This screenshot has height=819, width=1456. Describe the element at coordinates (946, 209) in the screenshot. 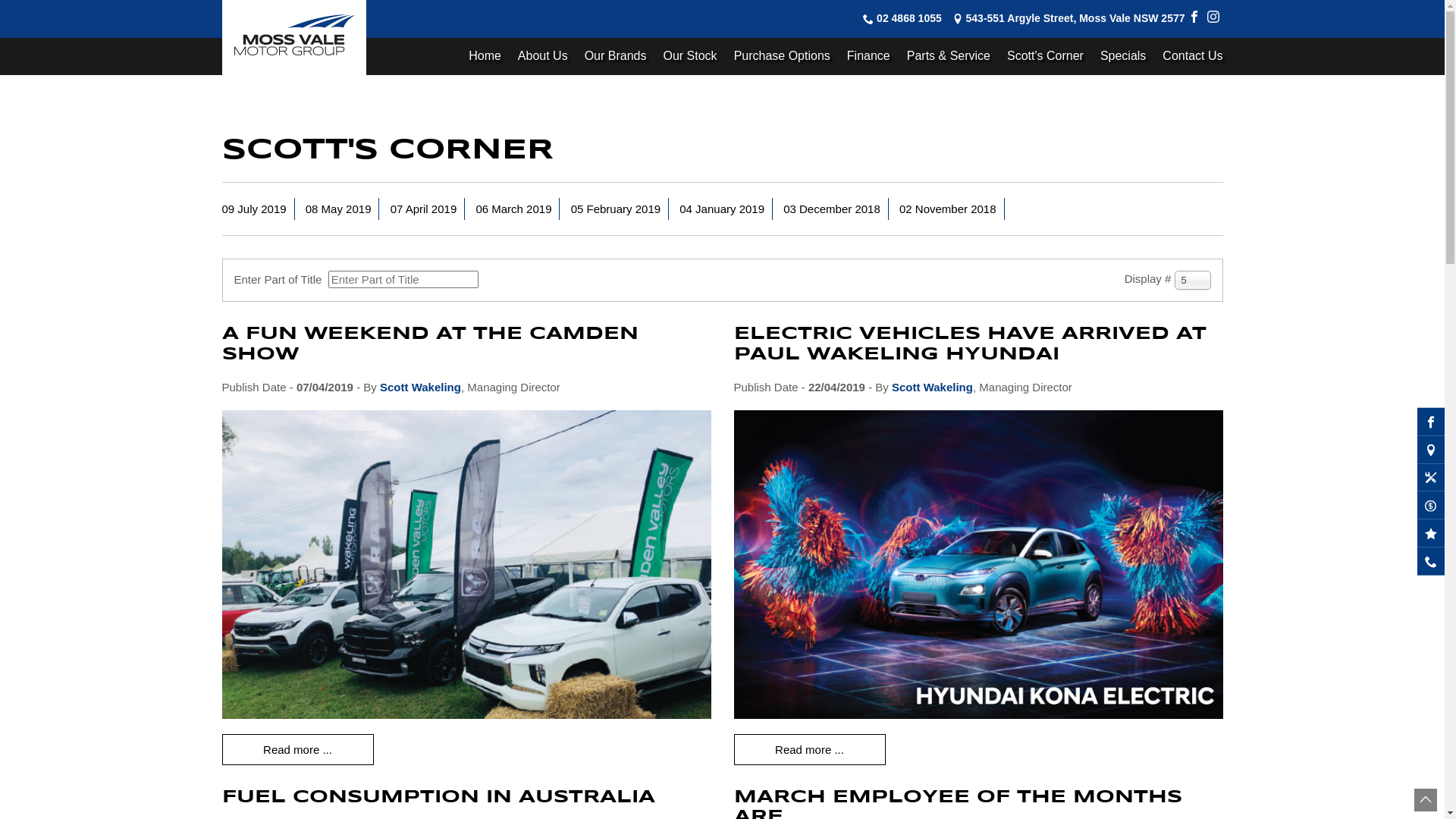

I see `'02 November 2018'` at that location.